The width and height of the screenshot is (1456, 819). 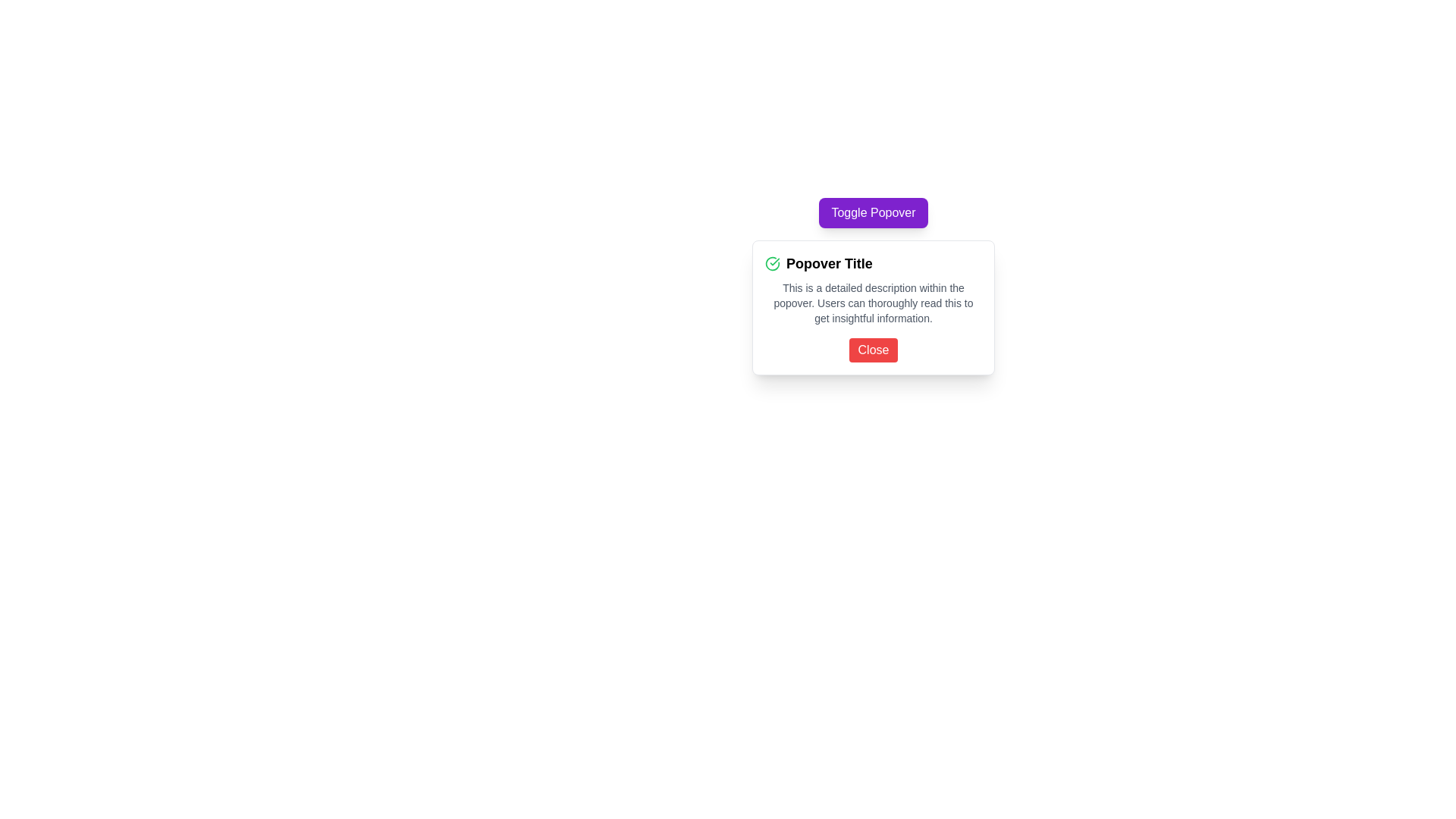 I want to click on the purple button labeled 'Toggle Popover' to trigger its associated actions, so click(x=874, y=213).